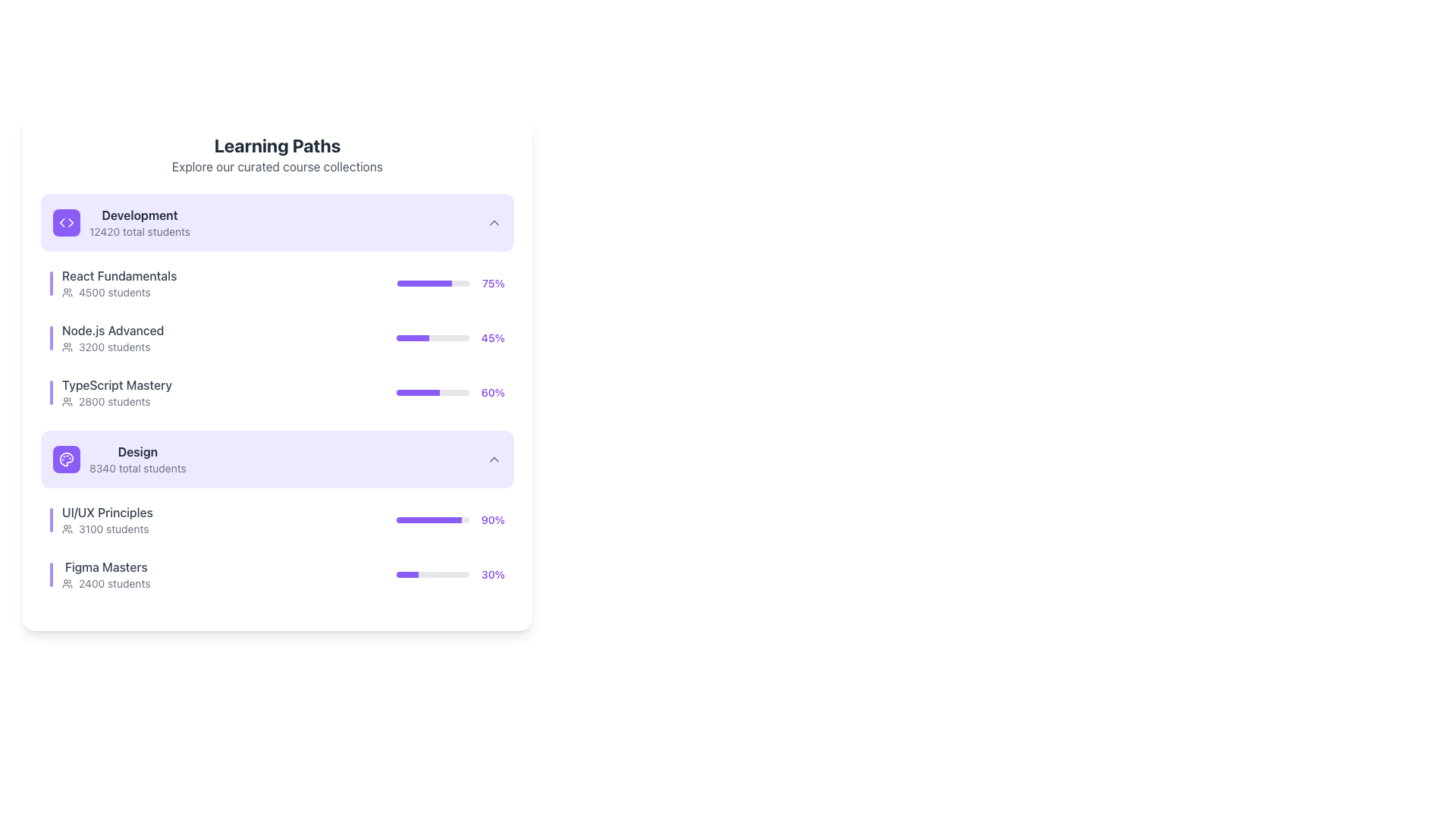 The image size is (1456, 819). Describe the element at coordinates (114, 583) in the screenshot. I see `the text label displaying the total number of students enrolled in the 'Figma Masters' course, located in the 'Figma Masters' subsection under the 'Design' category` at that location.